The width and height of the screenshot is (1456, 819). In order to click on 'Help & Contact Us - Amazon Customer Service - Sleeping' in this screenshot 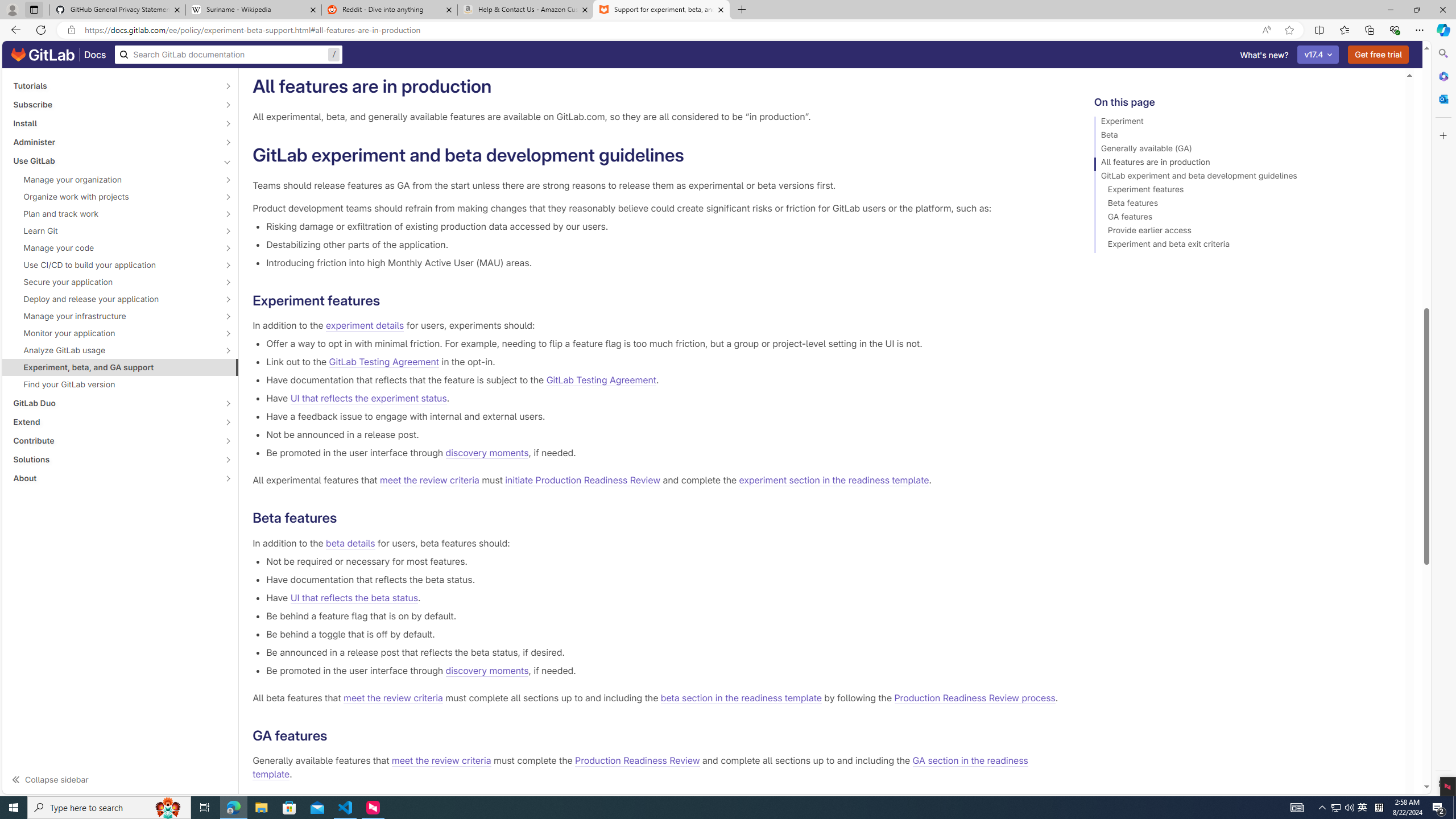, I will do `click(526, 9)`.